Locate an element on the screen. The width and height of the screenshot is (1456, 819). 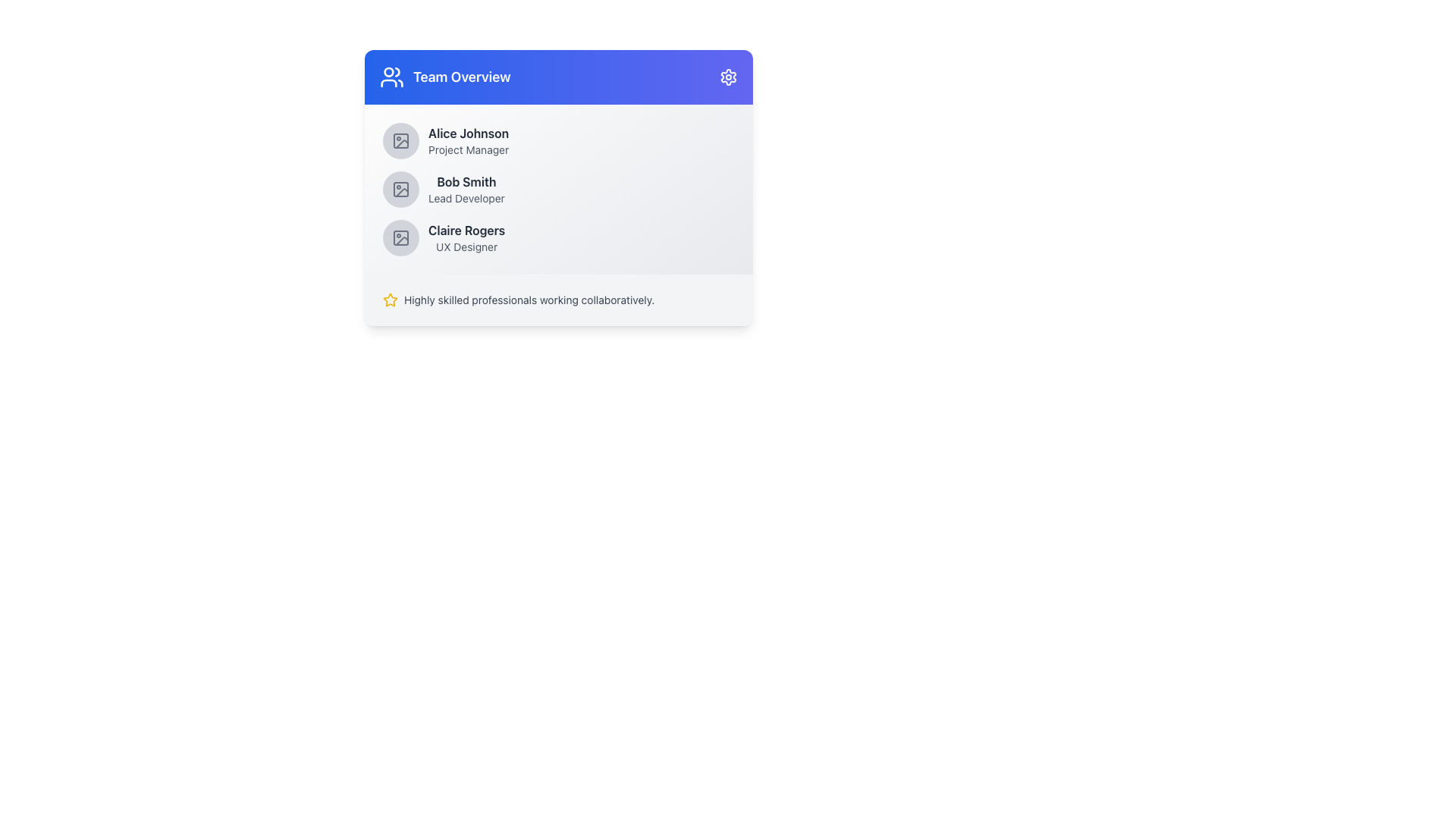
the star icon located is located at coordinates (390, 300).